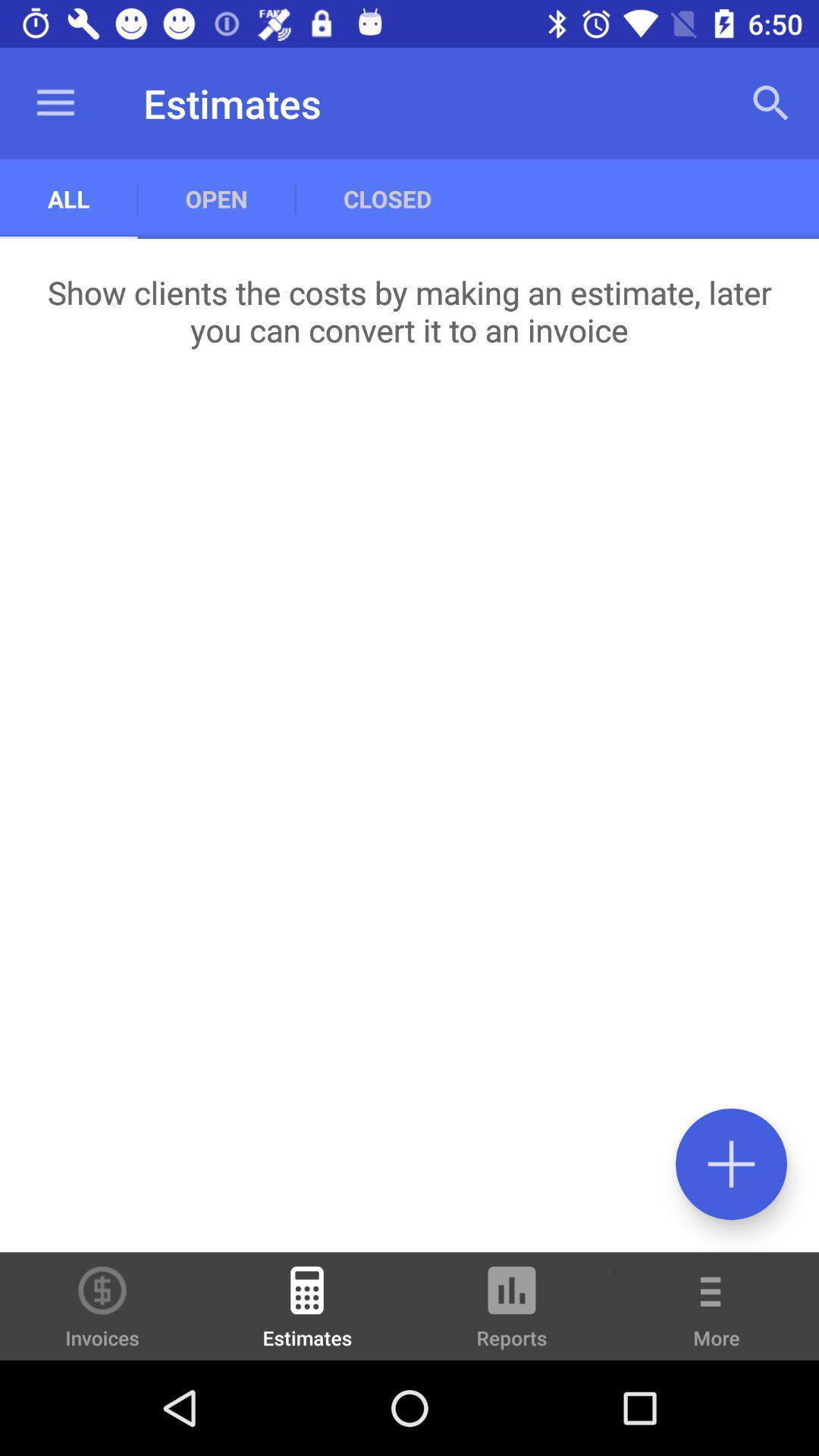 This screenshot has height=1456, width=819. What do you see at coordinates (387, 198) in the screenshot?
I see `the closed icon` at bounding box center [387, 198].